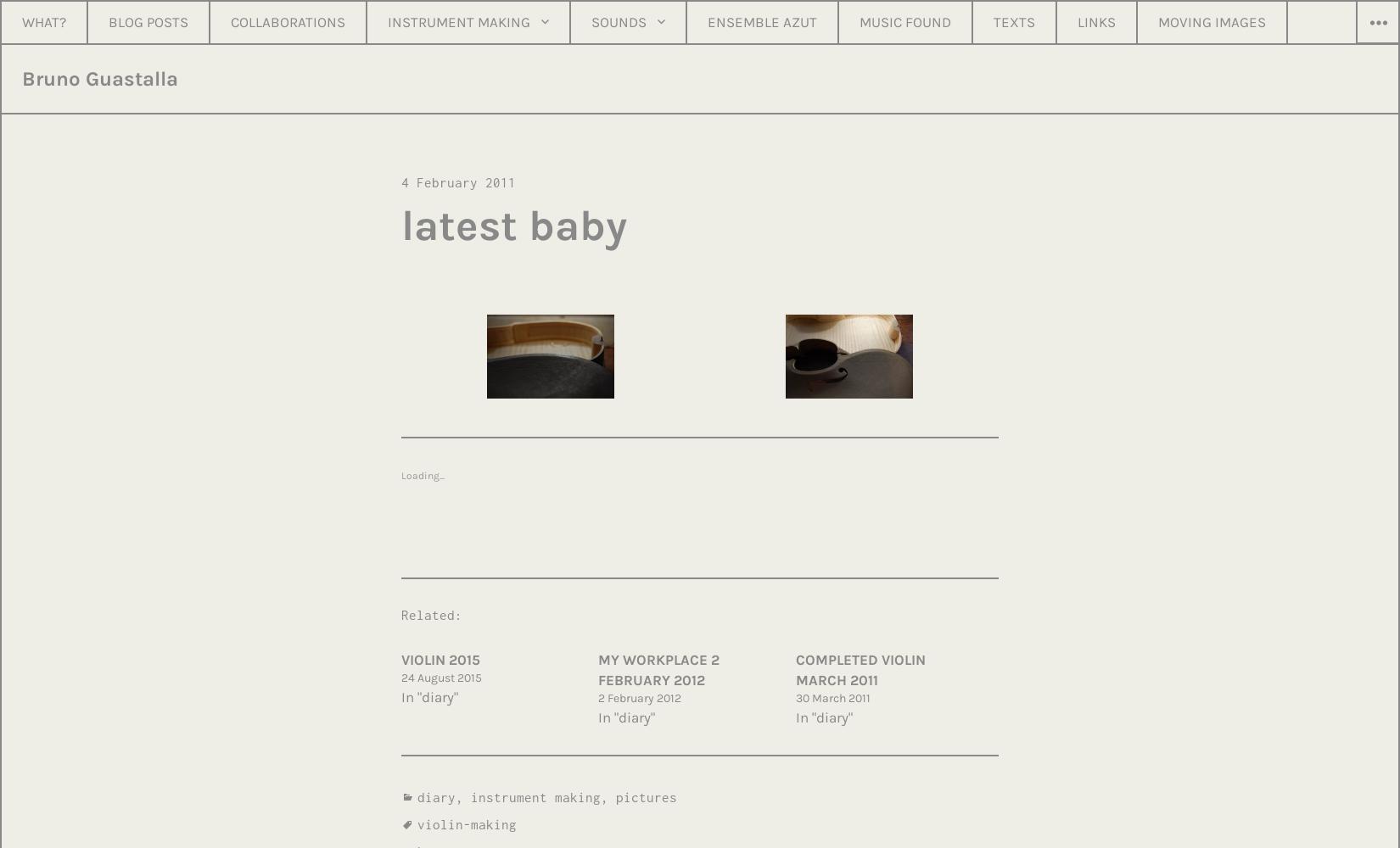 This screenshot has height=848, width=1400. I want to click on 'diary', so click(417, 795).